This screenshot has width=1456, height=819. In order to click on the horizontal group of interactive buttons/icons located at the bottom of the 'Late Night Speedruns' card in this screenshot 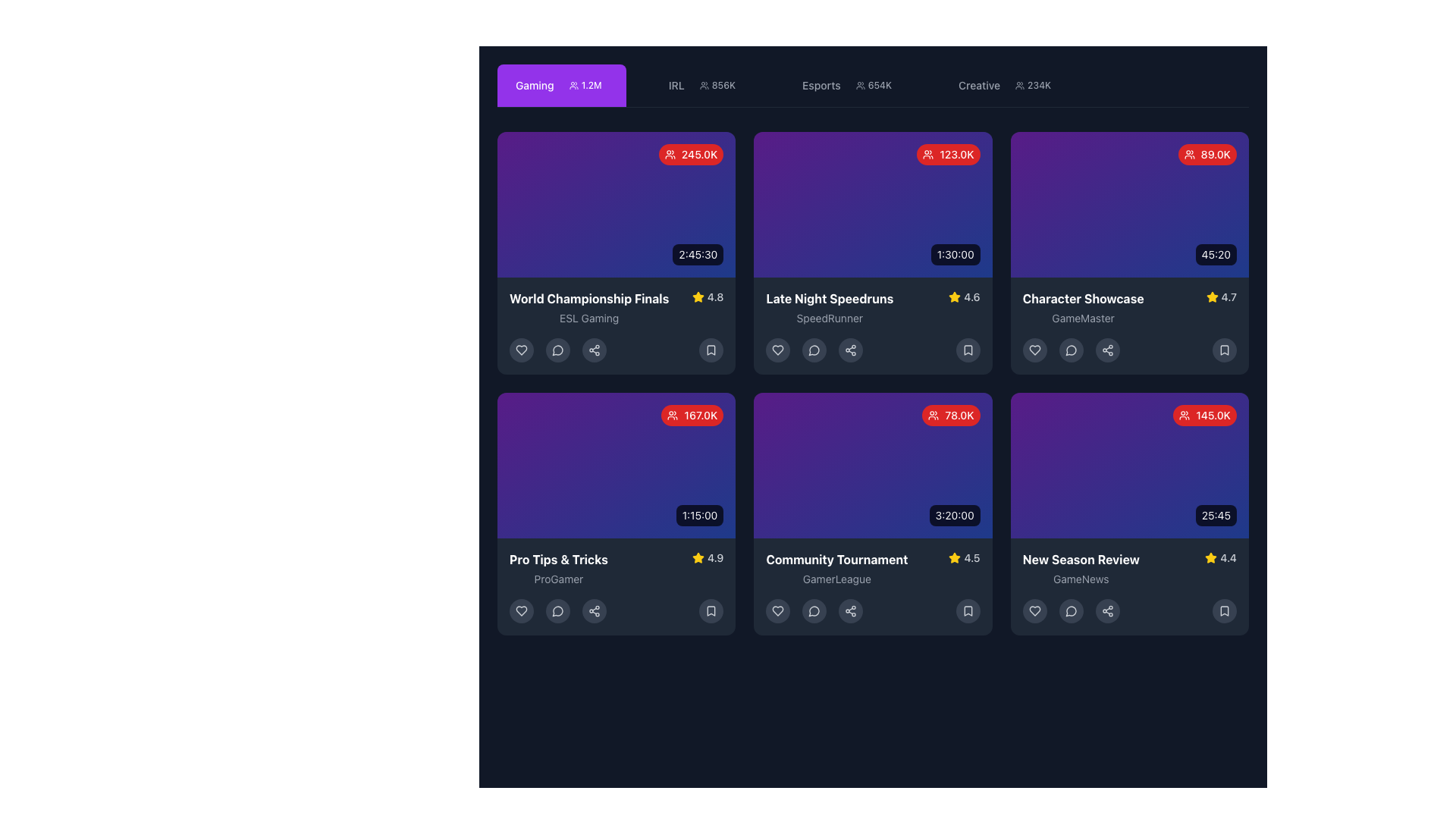, I will do `click(873, 350)`.